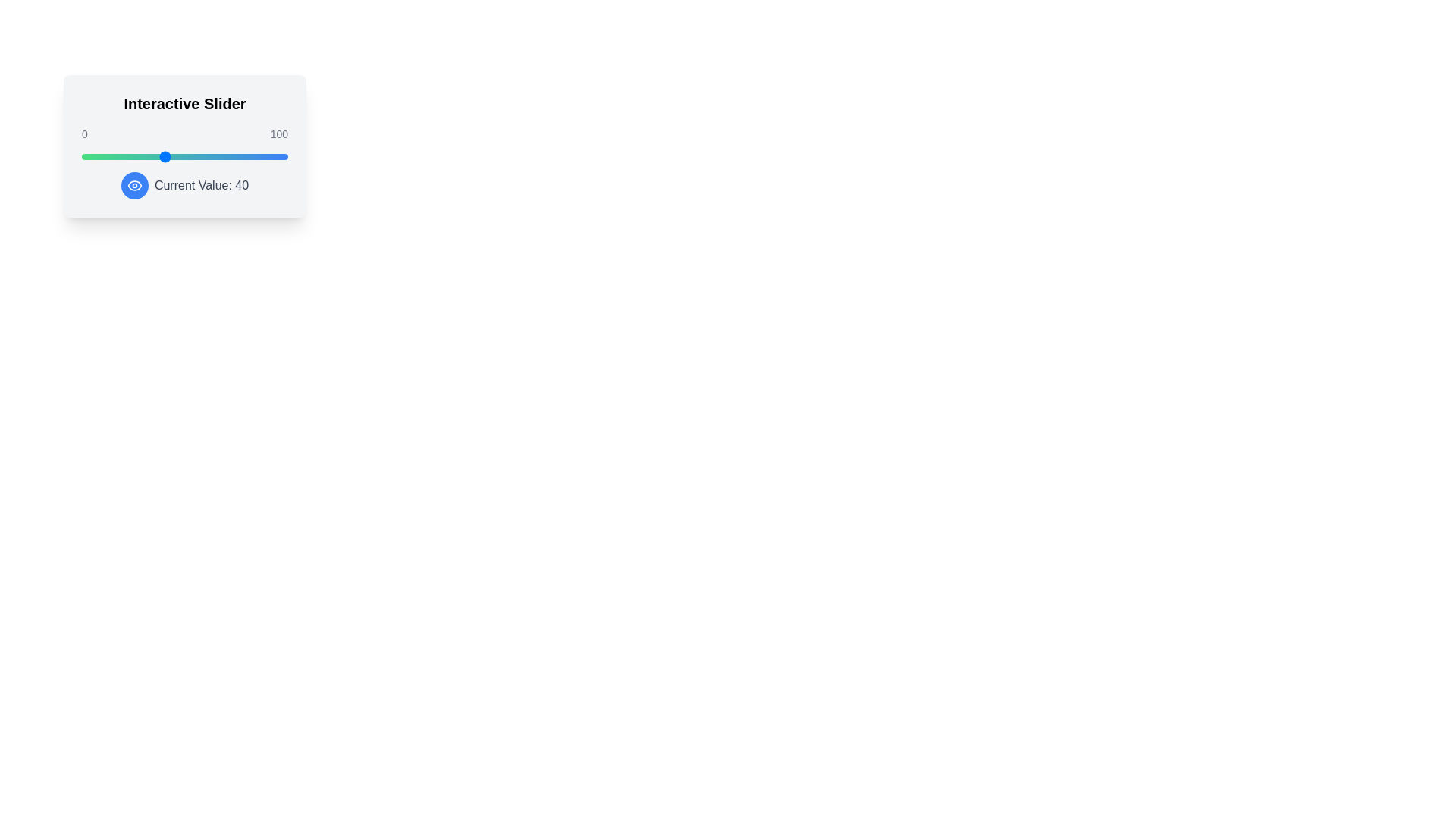 This screenshot has width=1456, height=819. I want to click on the text 'Current Value: 40' to select it, so click(184, 185).